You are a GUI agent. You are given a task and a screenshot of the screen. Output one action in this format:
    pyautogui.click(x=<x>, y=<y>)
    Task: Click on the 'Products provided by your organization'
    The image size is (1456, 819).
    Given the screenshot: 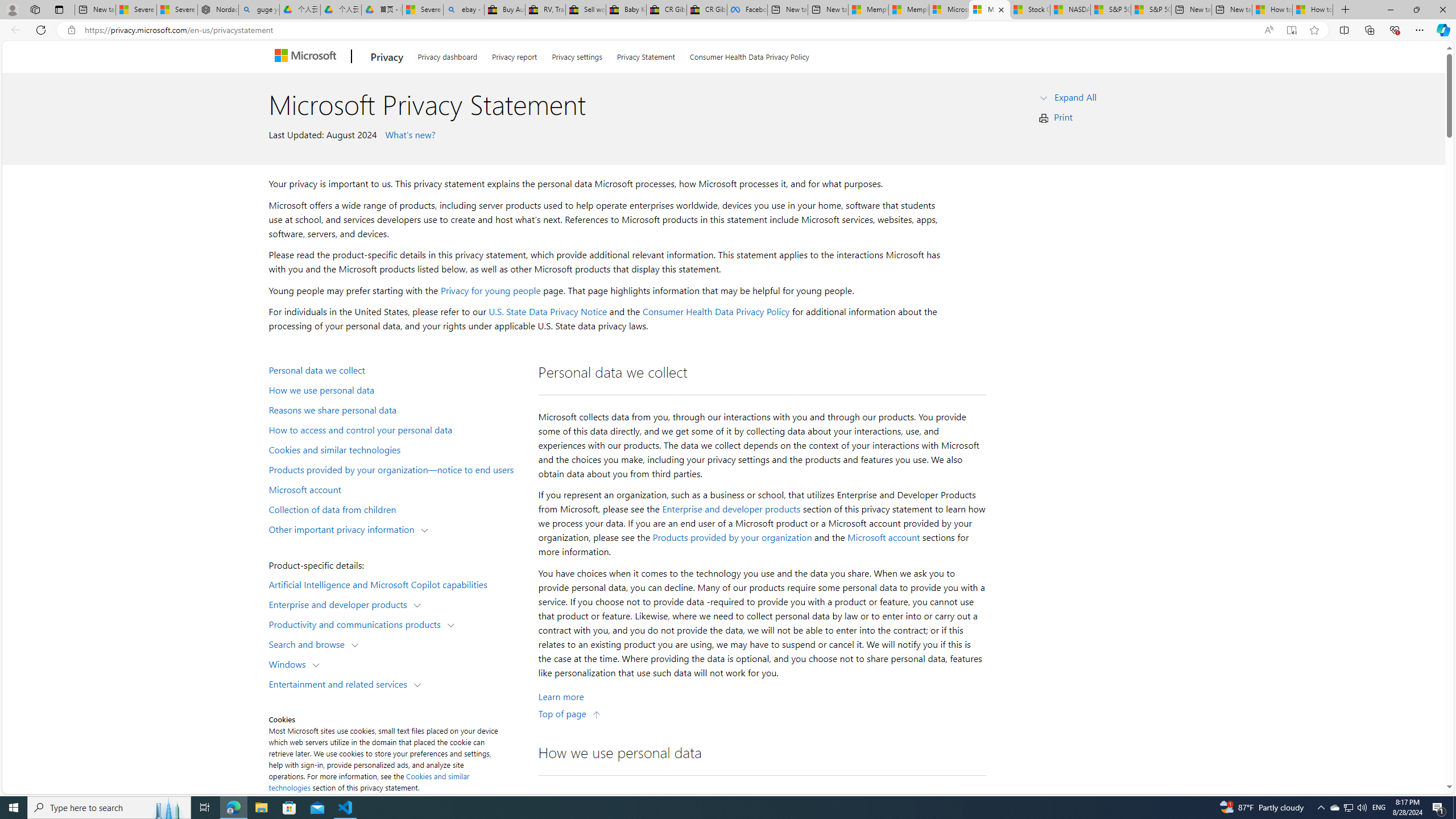 What is the action you would take?
    pyautogui.click(x=732, y=537)
    